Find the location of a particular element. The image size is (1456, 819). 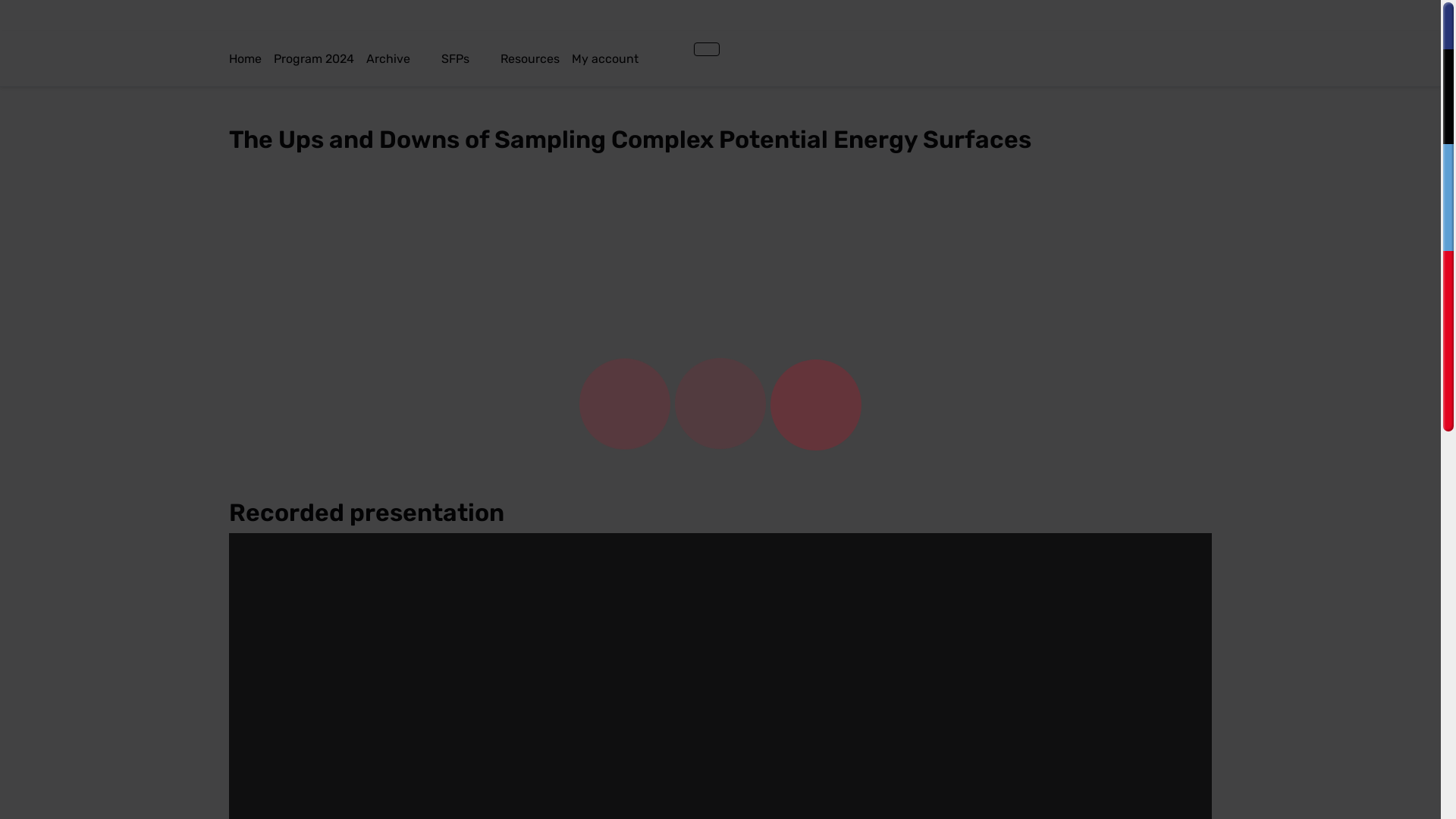

'Resources' is located at coordinates (535, 58).